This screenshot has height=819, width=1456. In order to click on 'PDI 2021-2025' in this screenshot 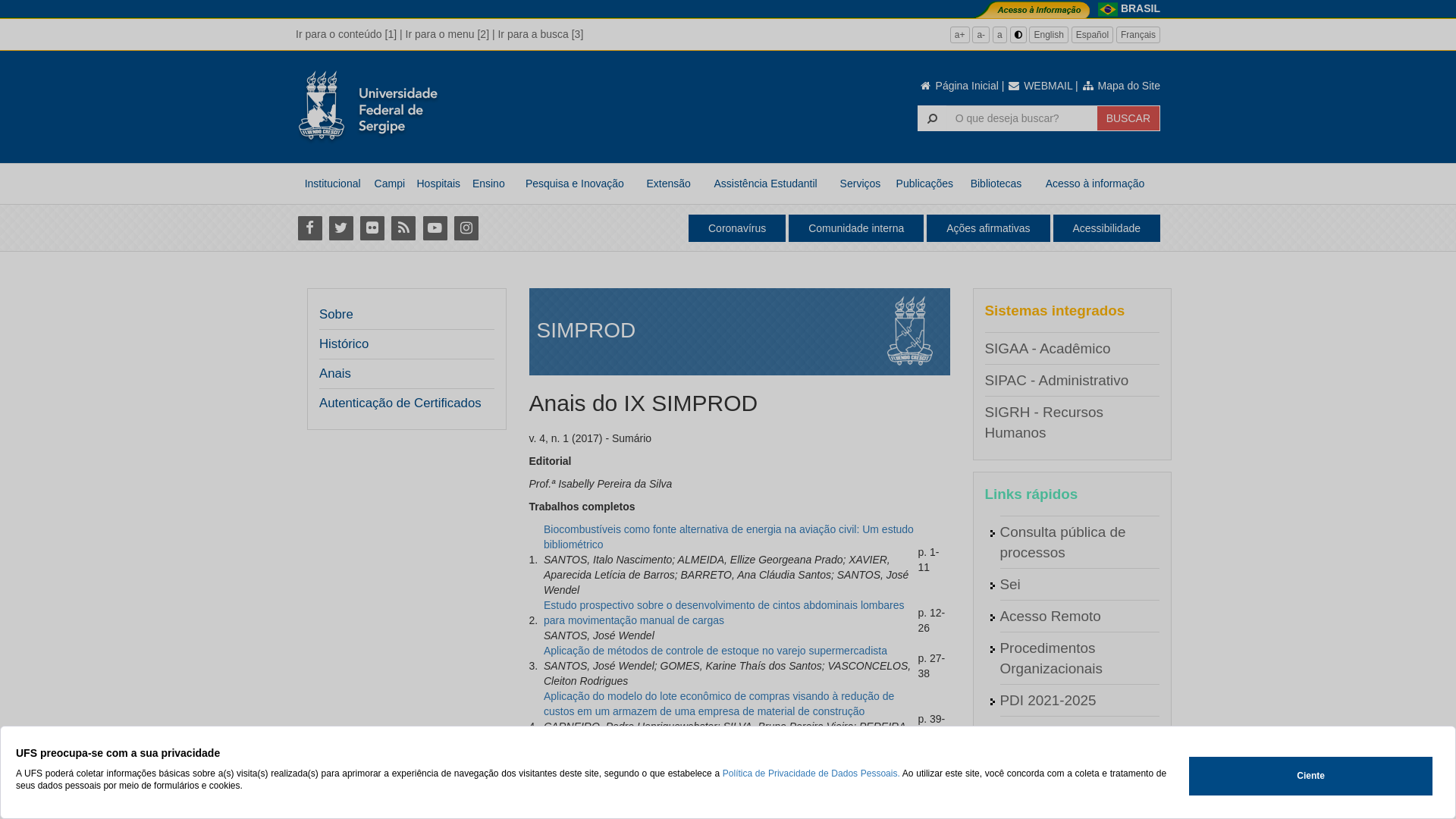, I will do `click(1046, 700)`.